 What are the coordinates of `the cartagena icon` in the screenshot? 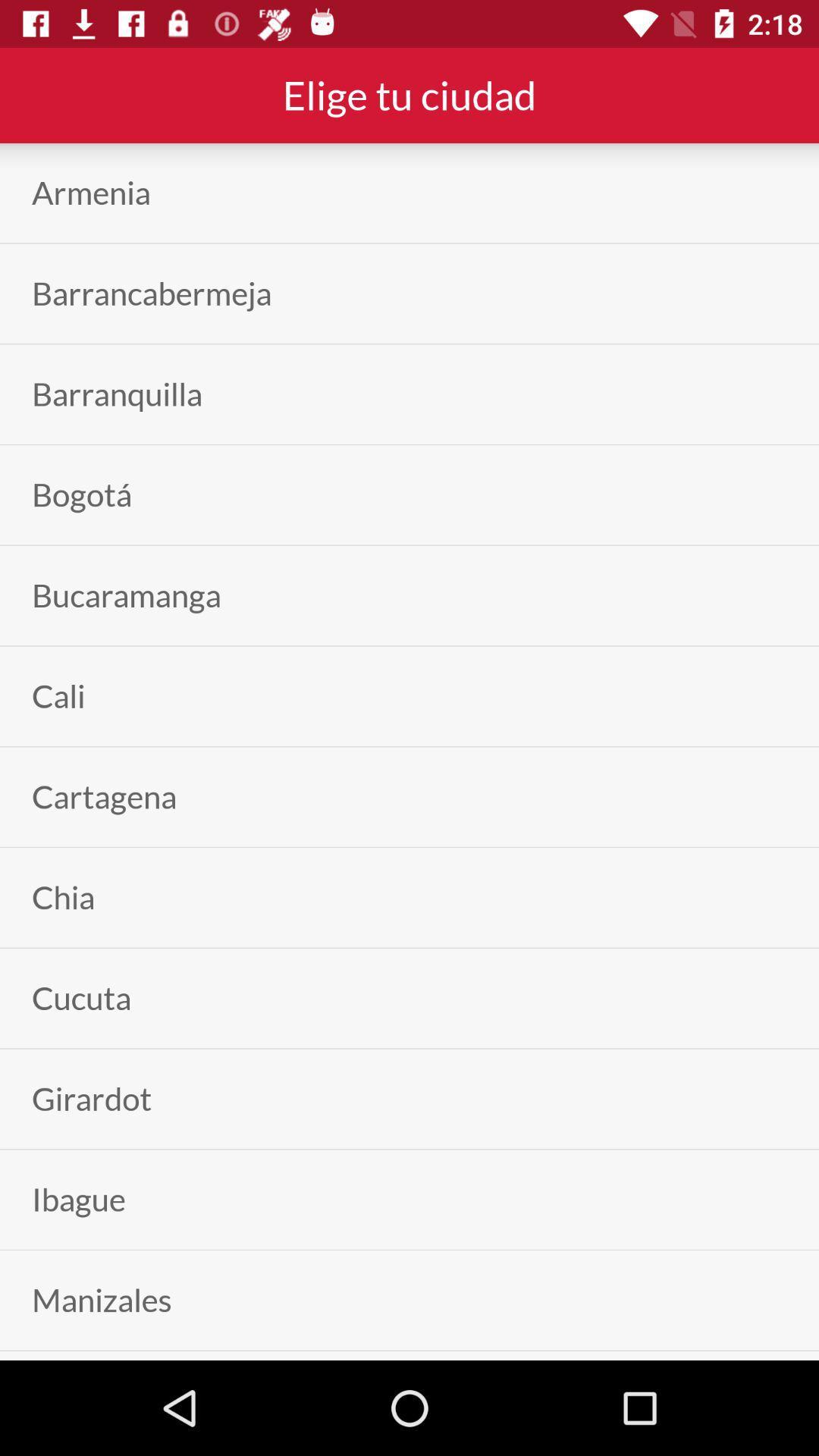 It's located at (103, 796).